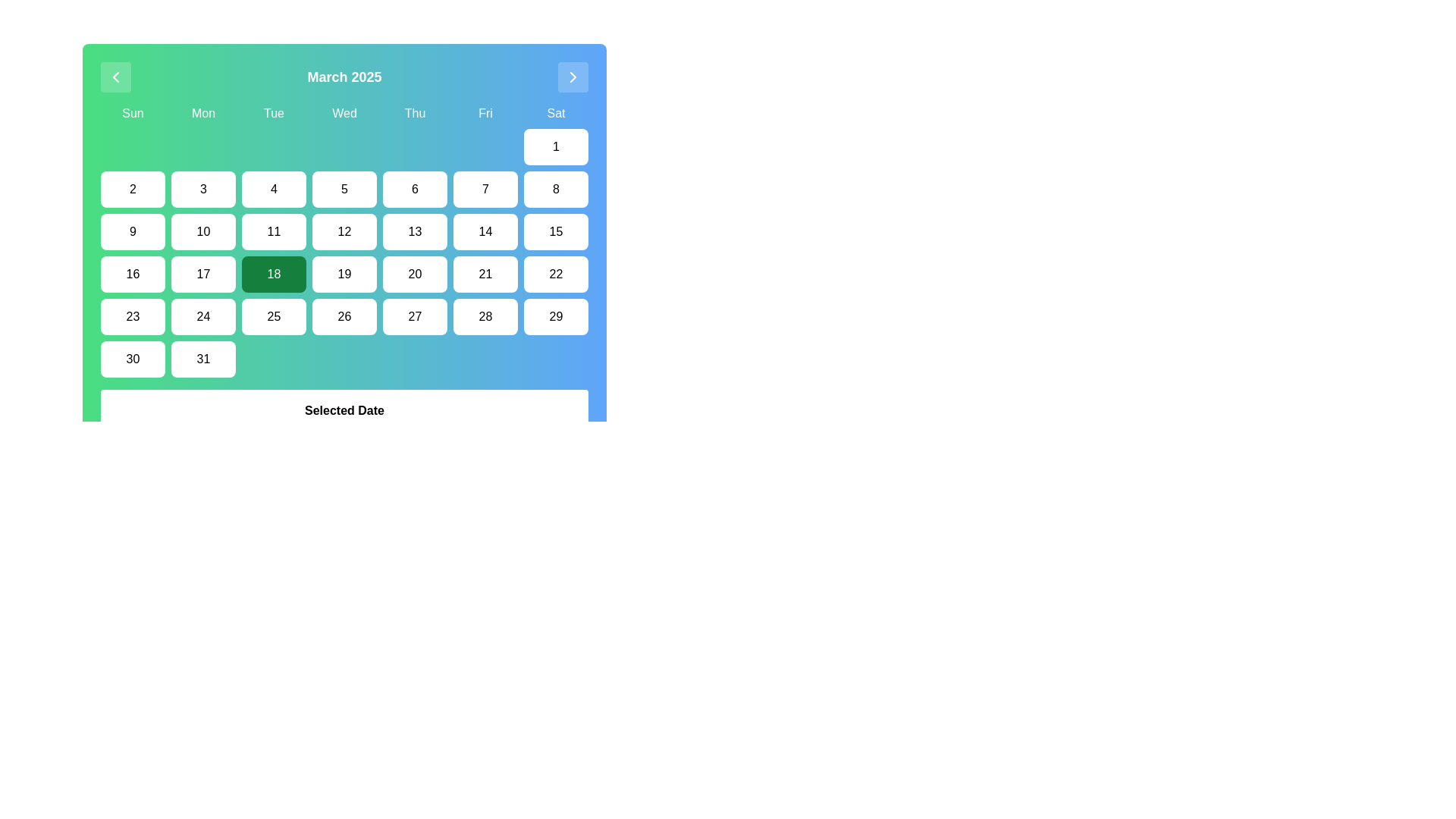 This screenshot has width=1456, height=819. What do you see at coordinates (555, 231) in the screenshot?
I see `the button representing the 15th day of the calendar in March 2025, located in the third row and seventh column of the grid layout` at bounding box center [555, 231].